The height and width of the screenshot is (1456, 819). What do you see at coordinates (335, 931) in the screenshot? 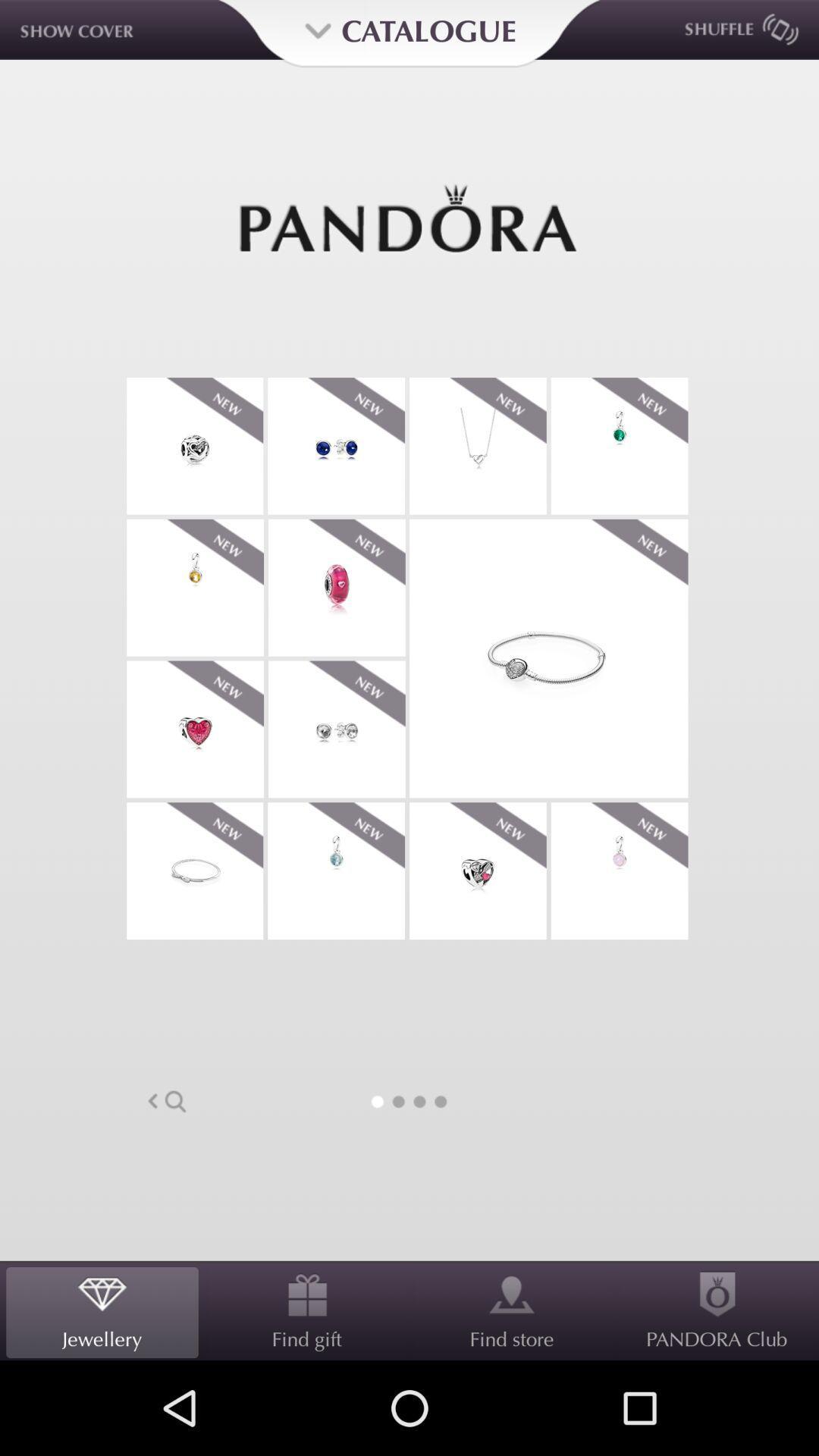
I see `the star icon` at bounding box center [335, 931].